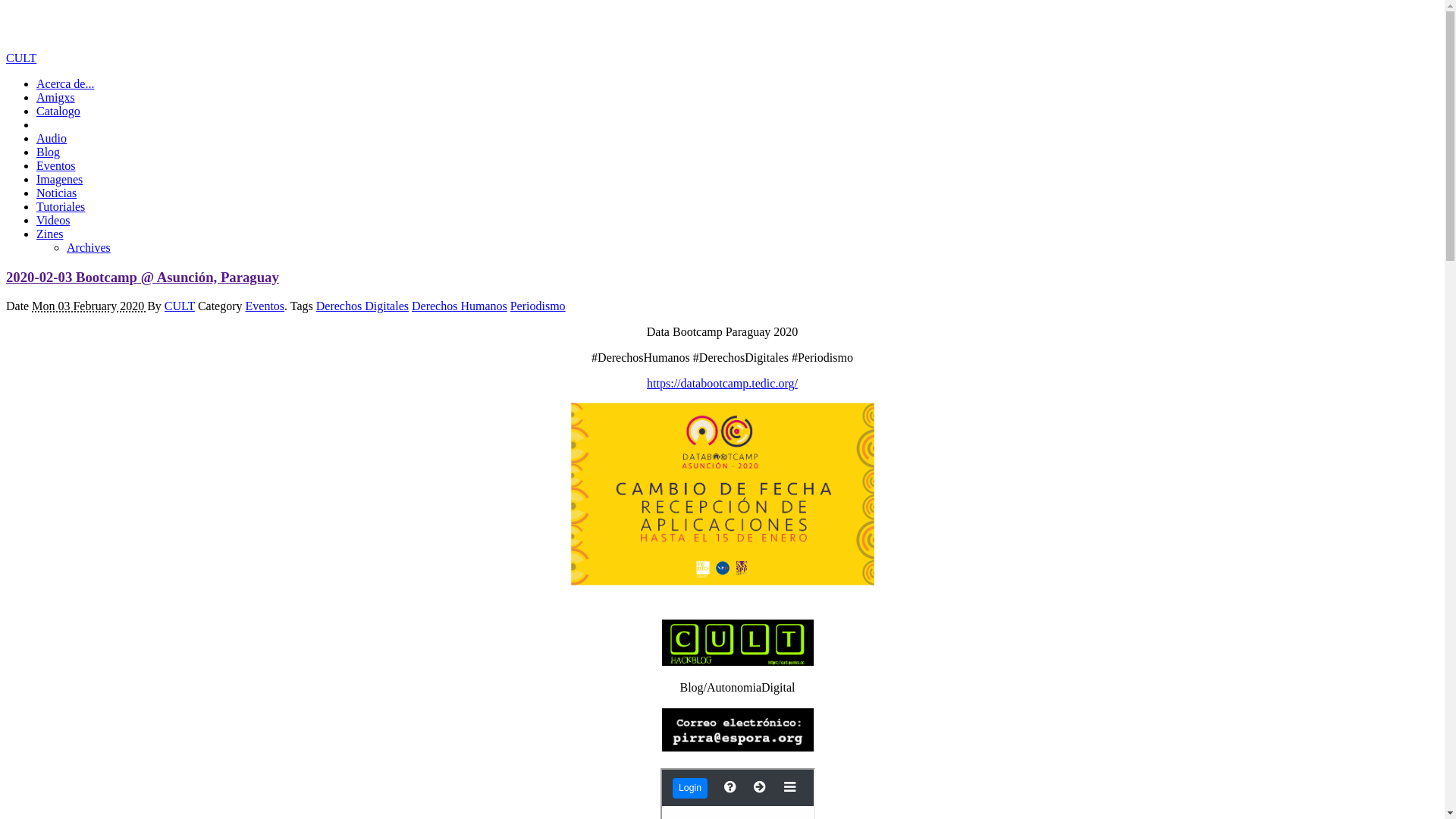 The image size is (1456, 819). I want to click on 'Videos', so click(53, 220).